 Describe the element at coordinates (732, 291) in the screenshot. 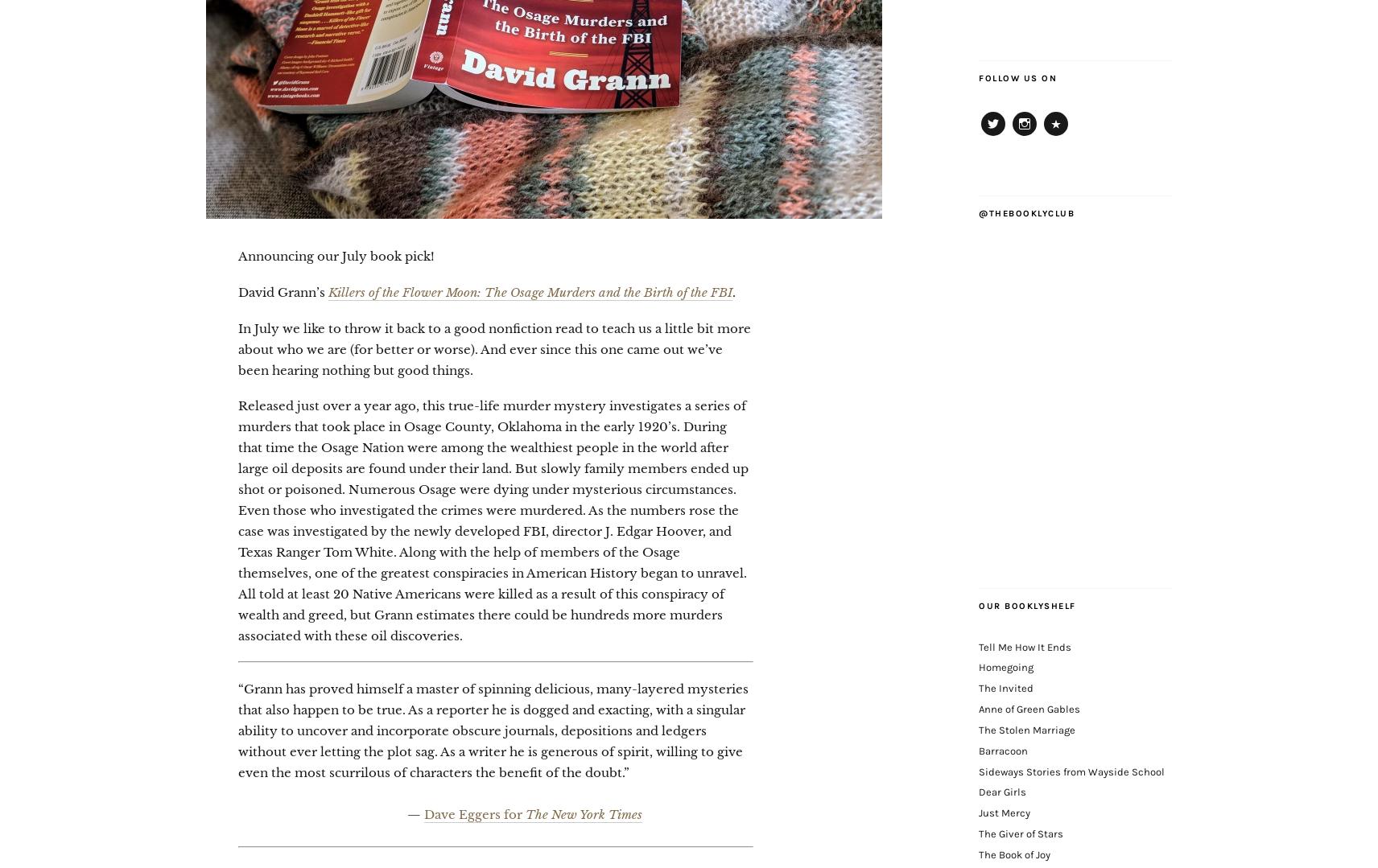

I see `'.'` at that location.